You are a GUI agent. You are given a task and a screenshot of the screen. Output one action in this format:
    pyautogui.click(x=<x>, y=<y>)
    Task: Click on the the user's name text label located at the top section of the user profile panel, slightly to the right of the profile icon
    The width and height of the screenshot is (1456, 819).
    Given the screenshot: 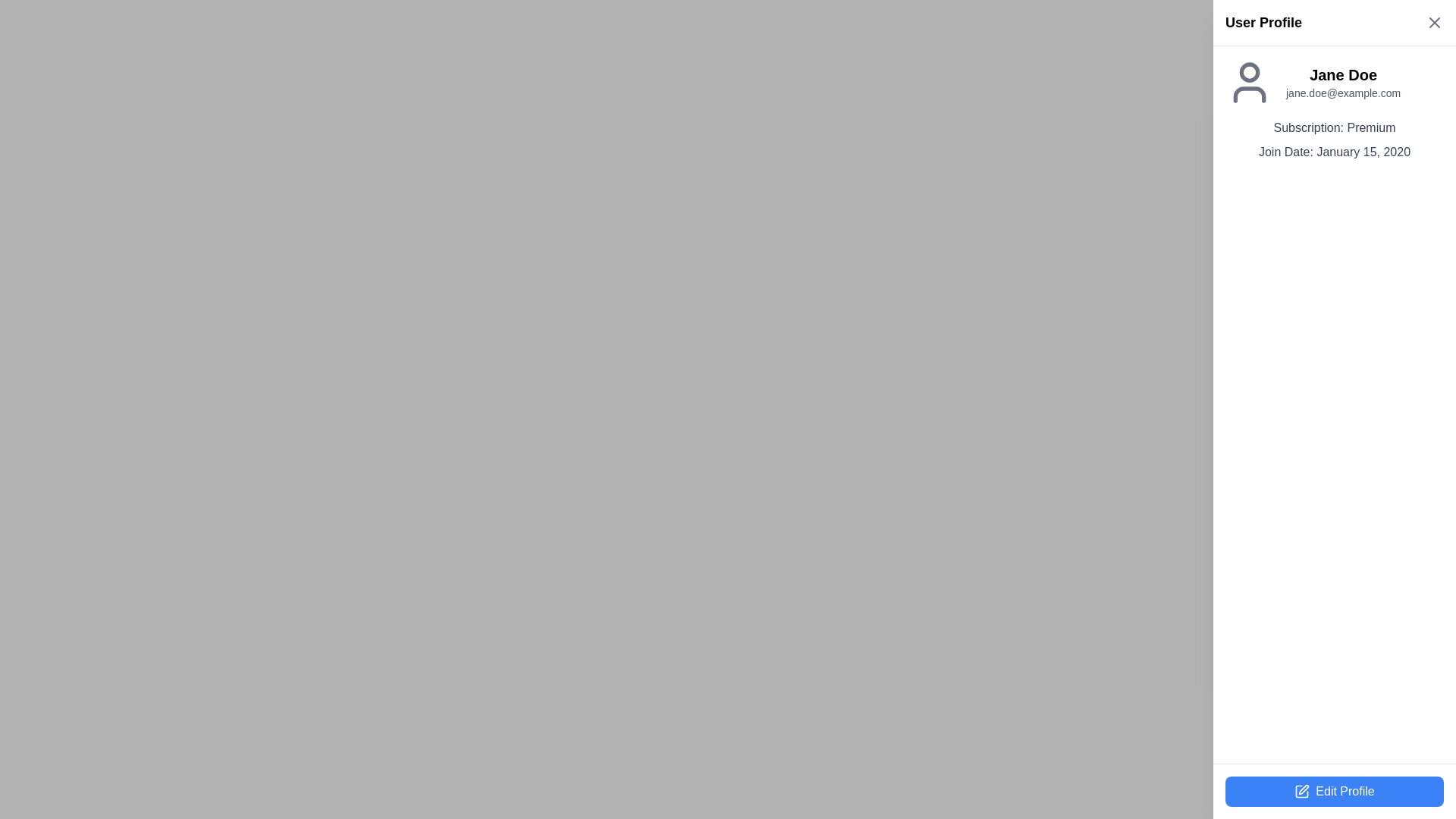 What is the action you would take?
    pyautogui.click(x=1343, y=75)
    